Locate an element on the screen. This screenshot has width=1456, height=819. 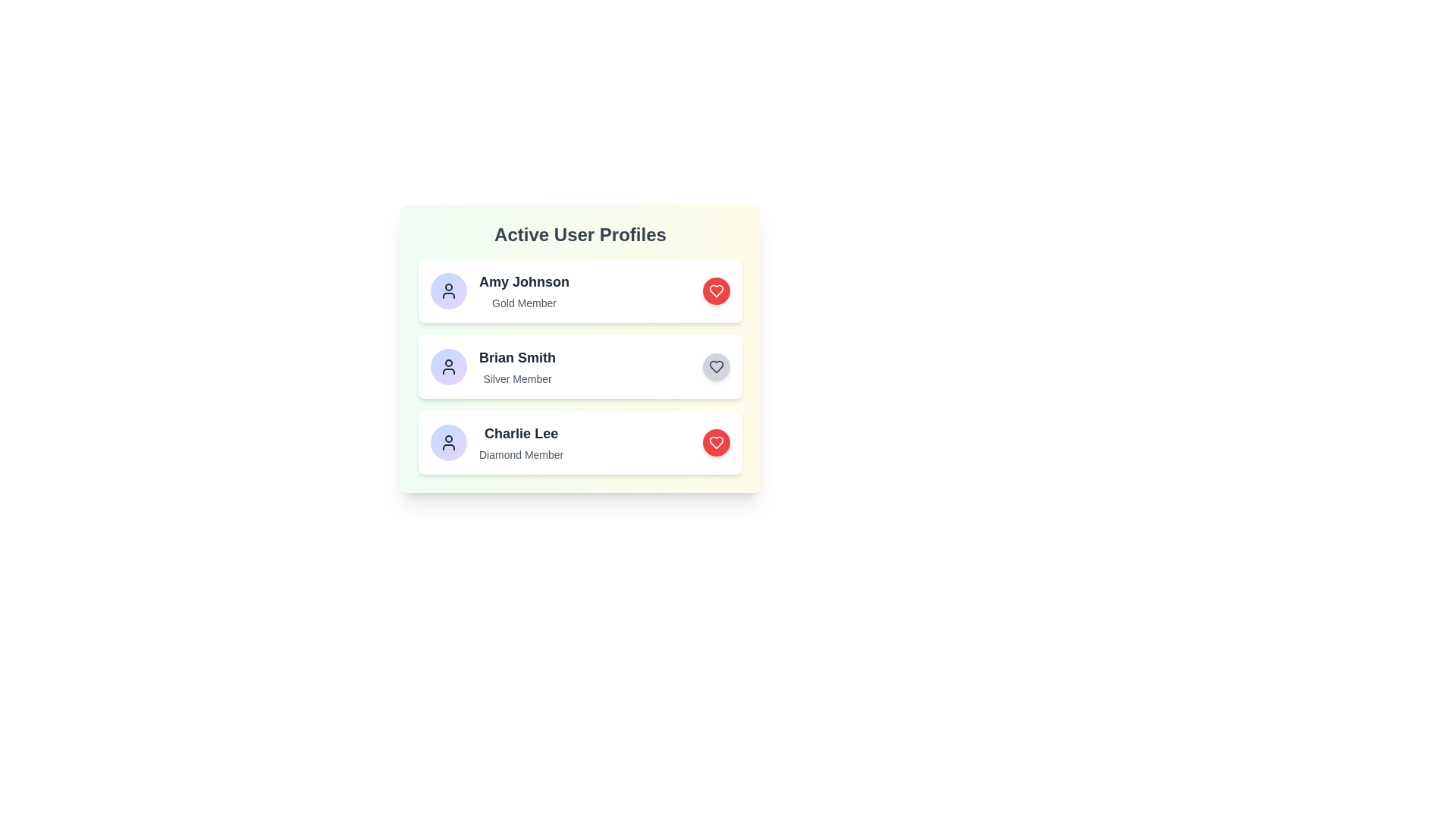
information displayed in the text block containing 'Charlie Lee' in bold and 'Diamond Member' below it, which is the last element in the listed user profiles section is located at coordinates (521, 442).